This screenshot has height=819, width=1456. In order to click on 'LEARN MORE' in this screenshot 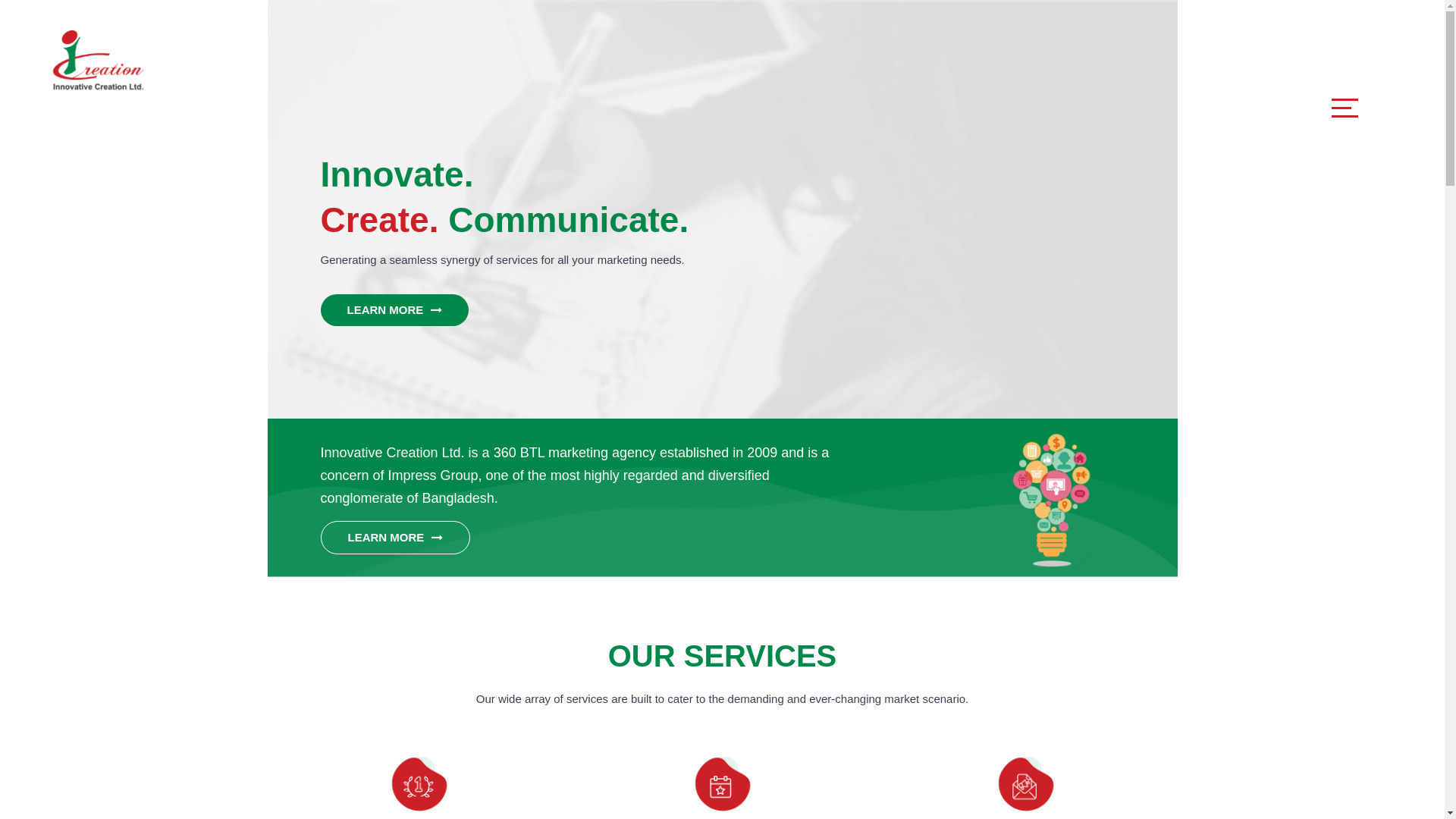, I will do `click(319, 537)`.